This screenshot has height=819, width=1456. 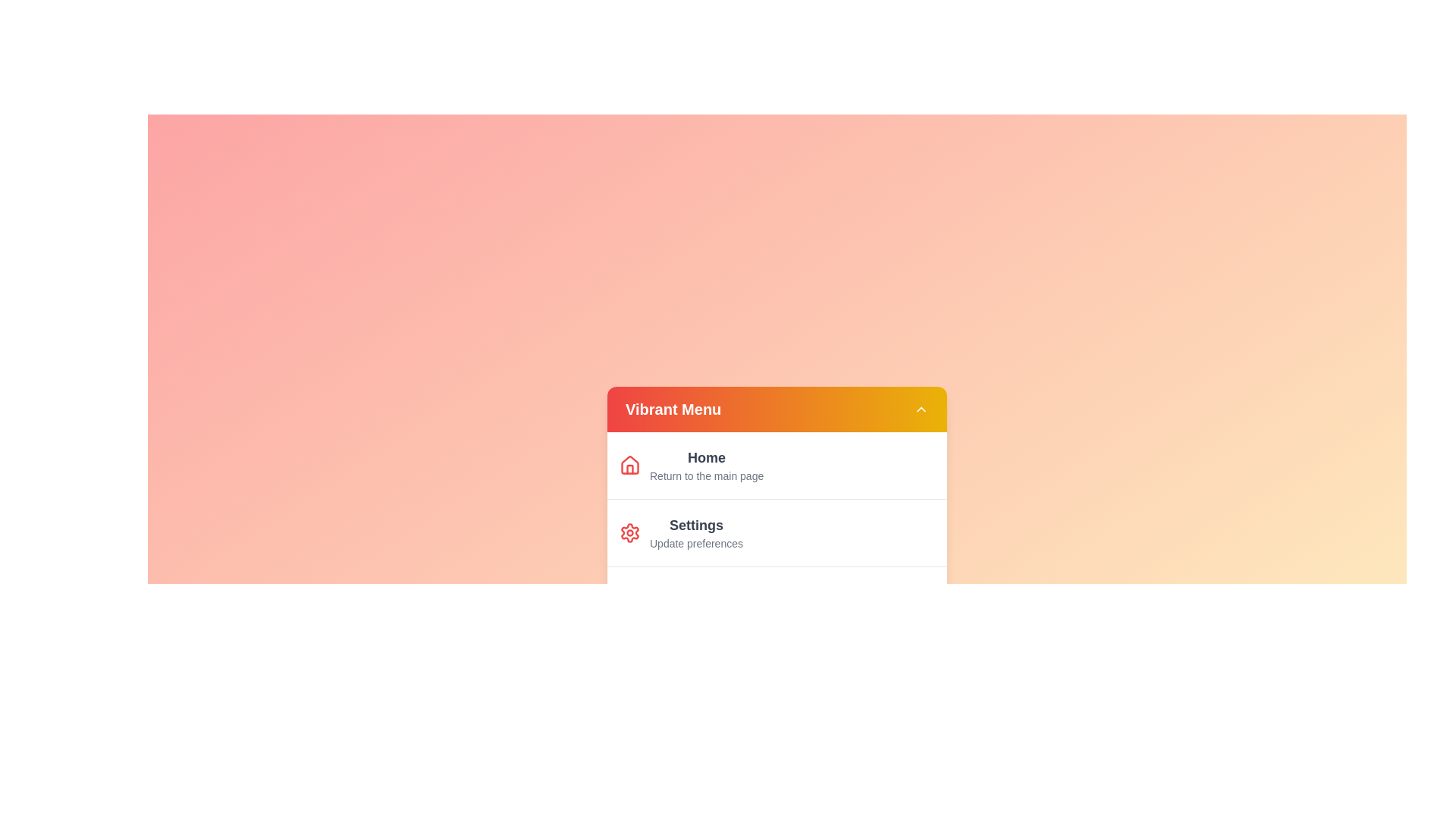 What do you see at coordinates (705, 464) in the screenshot?
I see `the menu item Home` at bounding box center [705, 464].